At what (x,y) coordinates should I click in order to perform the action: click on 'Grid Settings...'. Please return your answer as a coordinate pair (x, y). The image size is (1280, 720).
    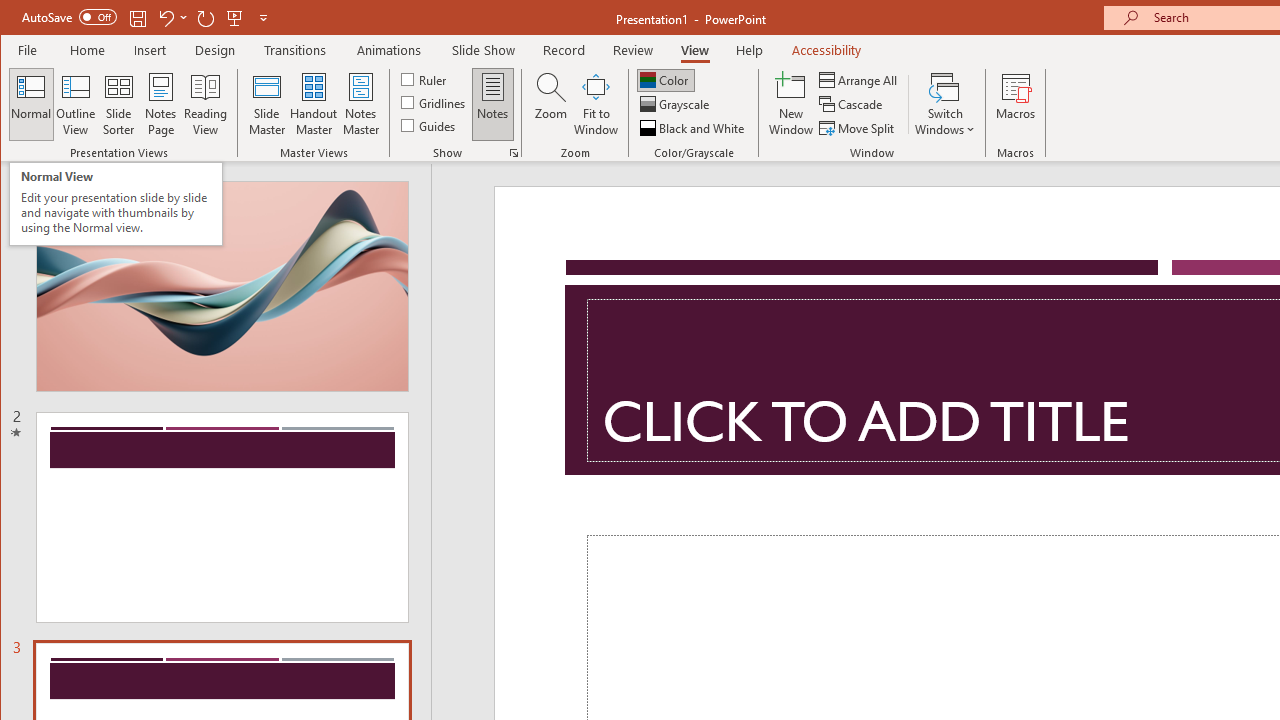
    Looking at the image, I should click on (513, 152).